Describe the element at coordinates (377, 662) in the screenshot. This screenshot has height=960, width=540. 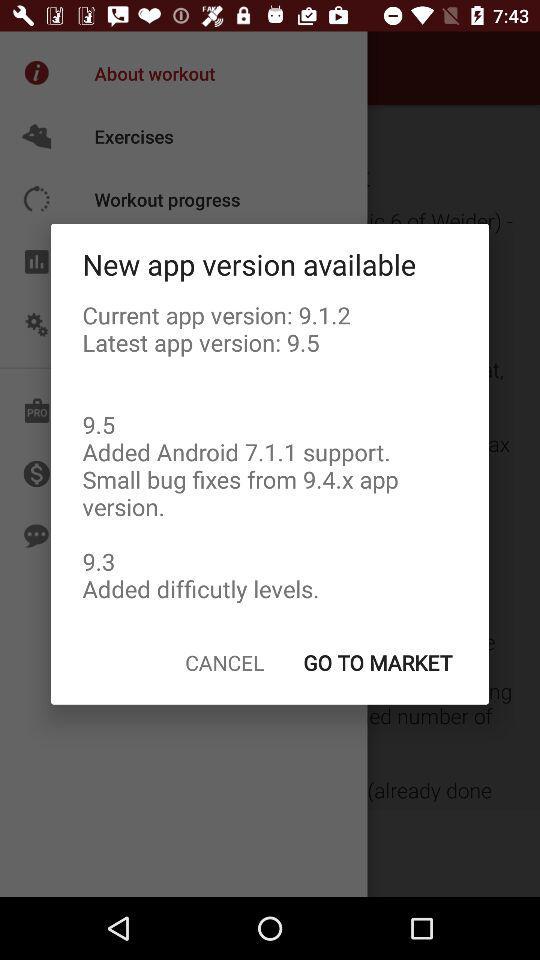
I see `go to market` at that location.